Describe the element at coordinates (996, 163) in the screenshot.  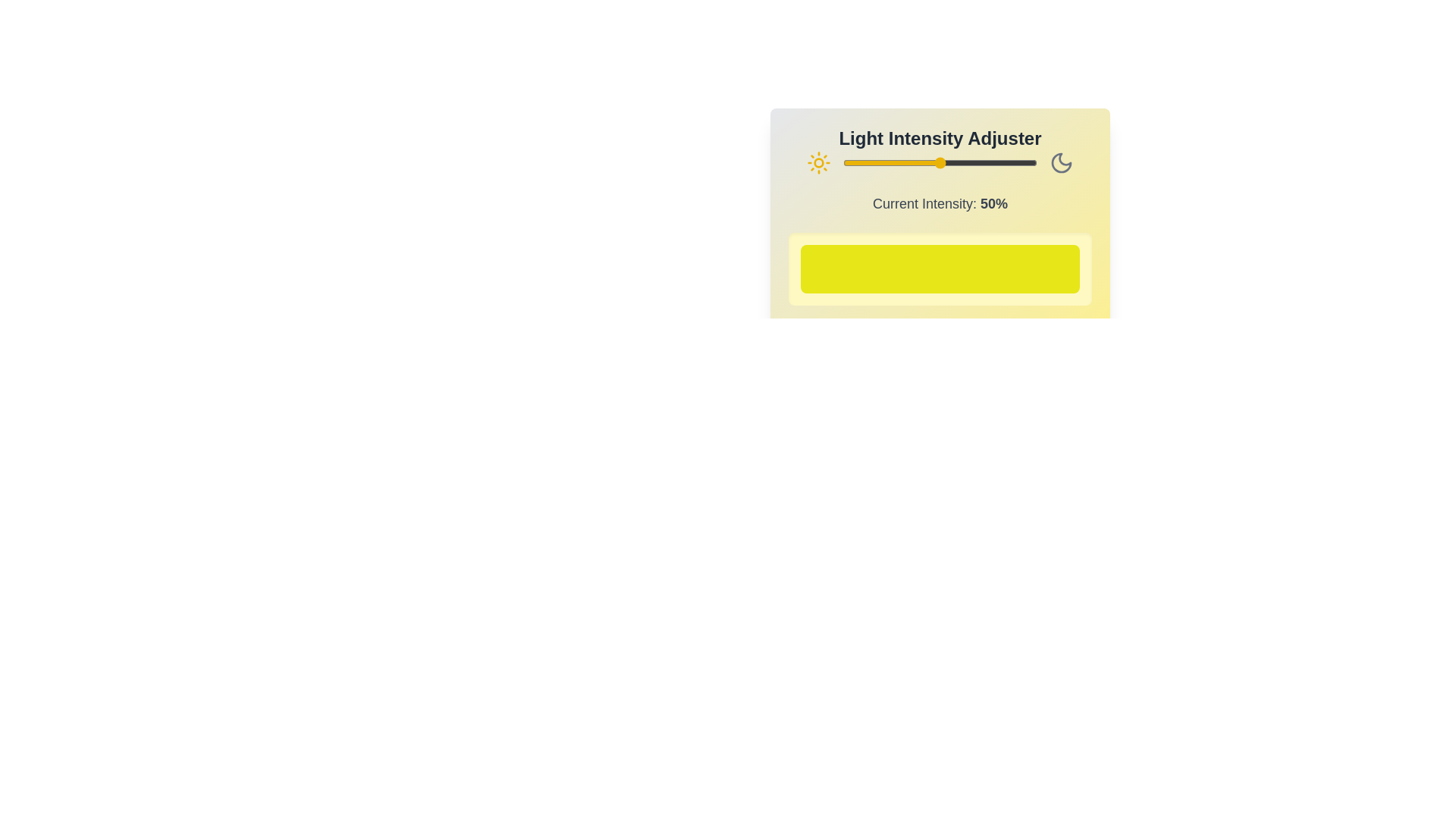
I see `the light intensity to 79% by moving the slider` at that location.